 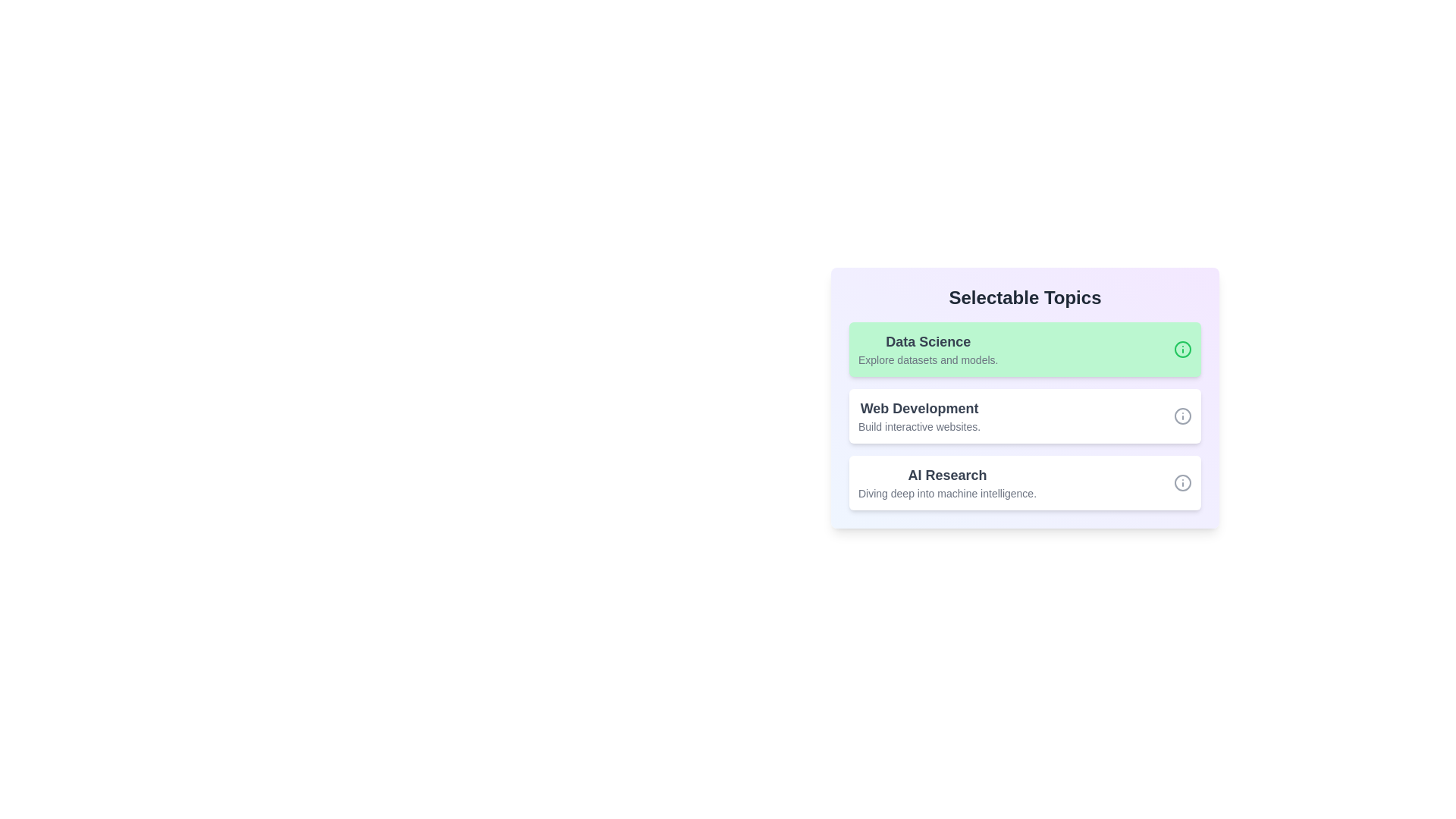 I want to click on the information icon for the topic Data Science, so click(x=1182, y=350).